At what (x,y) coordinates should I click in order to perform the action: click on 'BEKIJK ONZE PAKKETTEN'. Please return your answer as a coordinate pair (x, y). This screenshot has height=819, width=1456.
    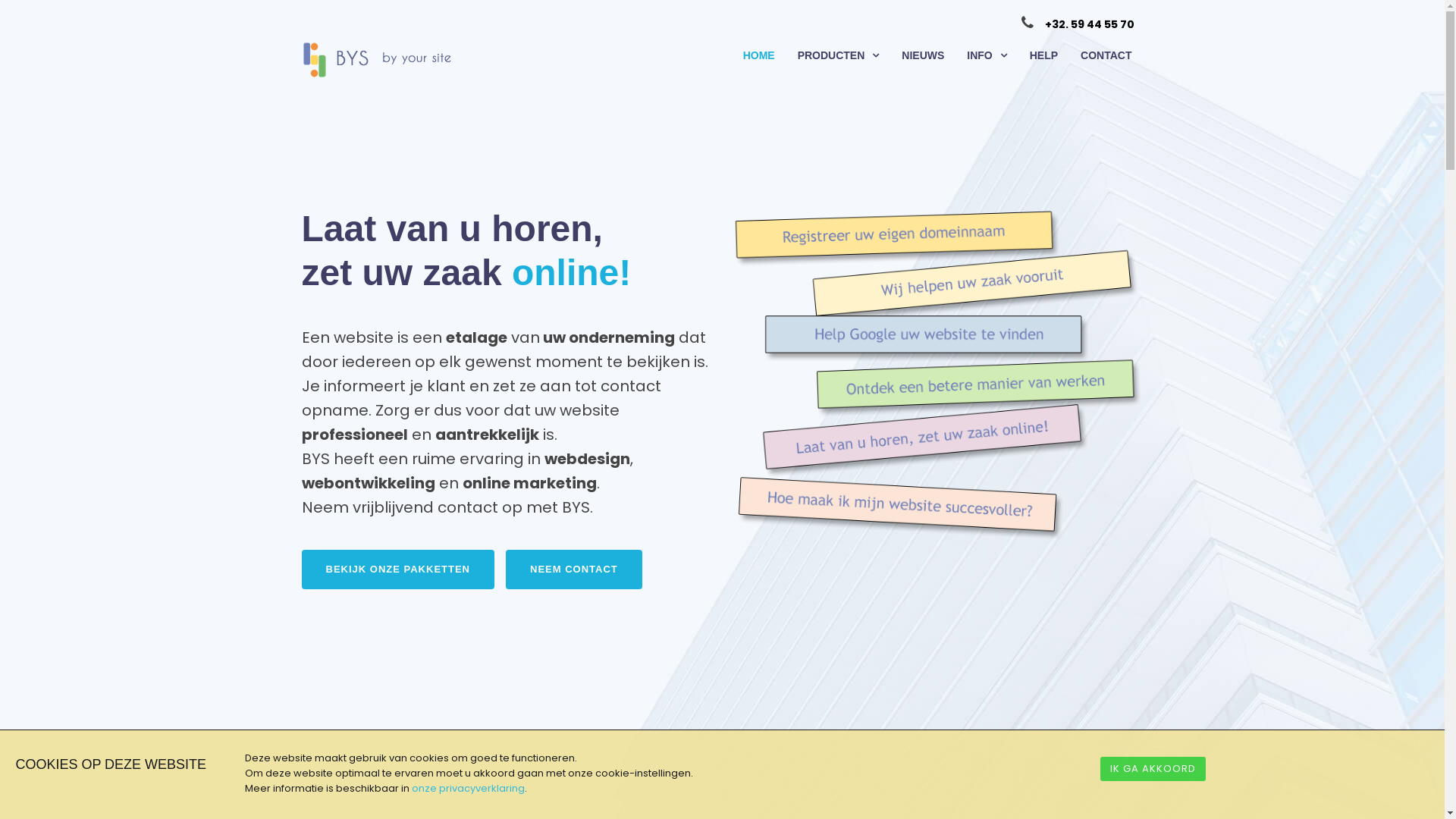
    Looking at the image, I should click on (398, 570).